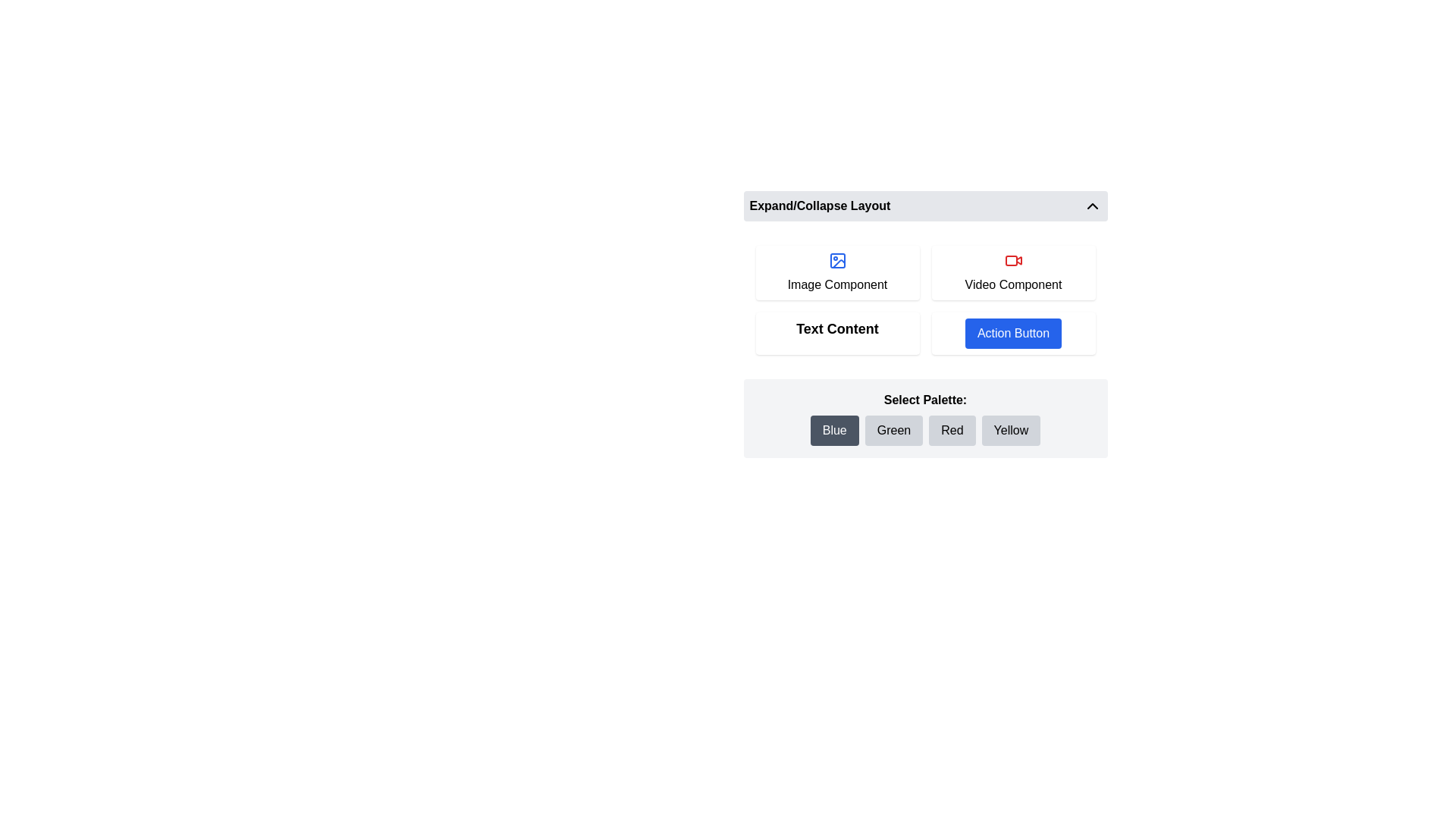 This screenshot has width=1456, height=819. I want to click on the 'Green' button, which is a rectangular button with rounded corners, grey background, and black text, located under the 'Select Palette' section, so click(894, 430).